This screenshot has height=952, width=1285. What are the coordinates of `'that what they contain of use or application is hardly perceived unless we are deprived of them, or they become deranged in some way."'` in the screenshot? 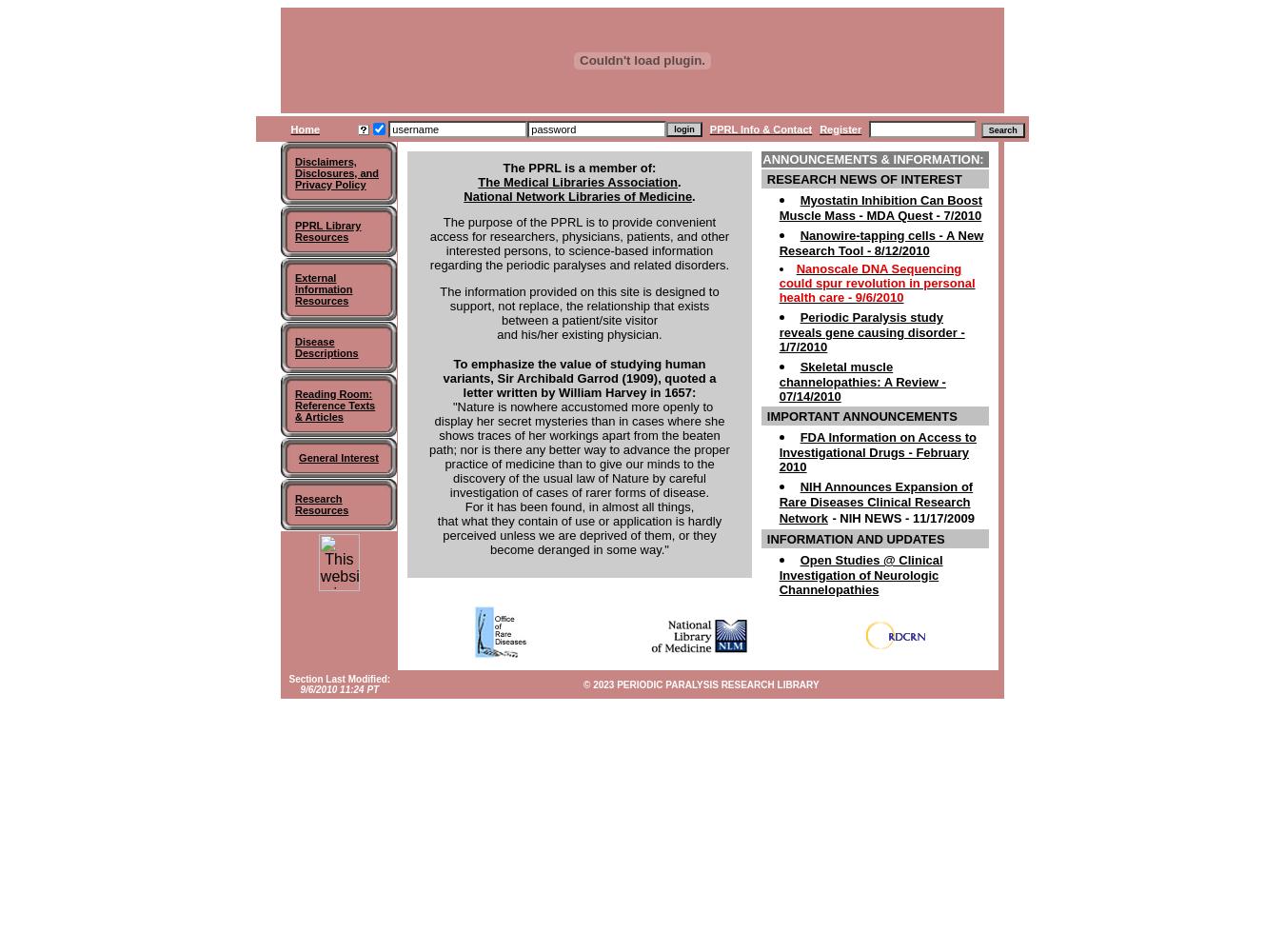 It's located at (579, 535).